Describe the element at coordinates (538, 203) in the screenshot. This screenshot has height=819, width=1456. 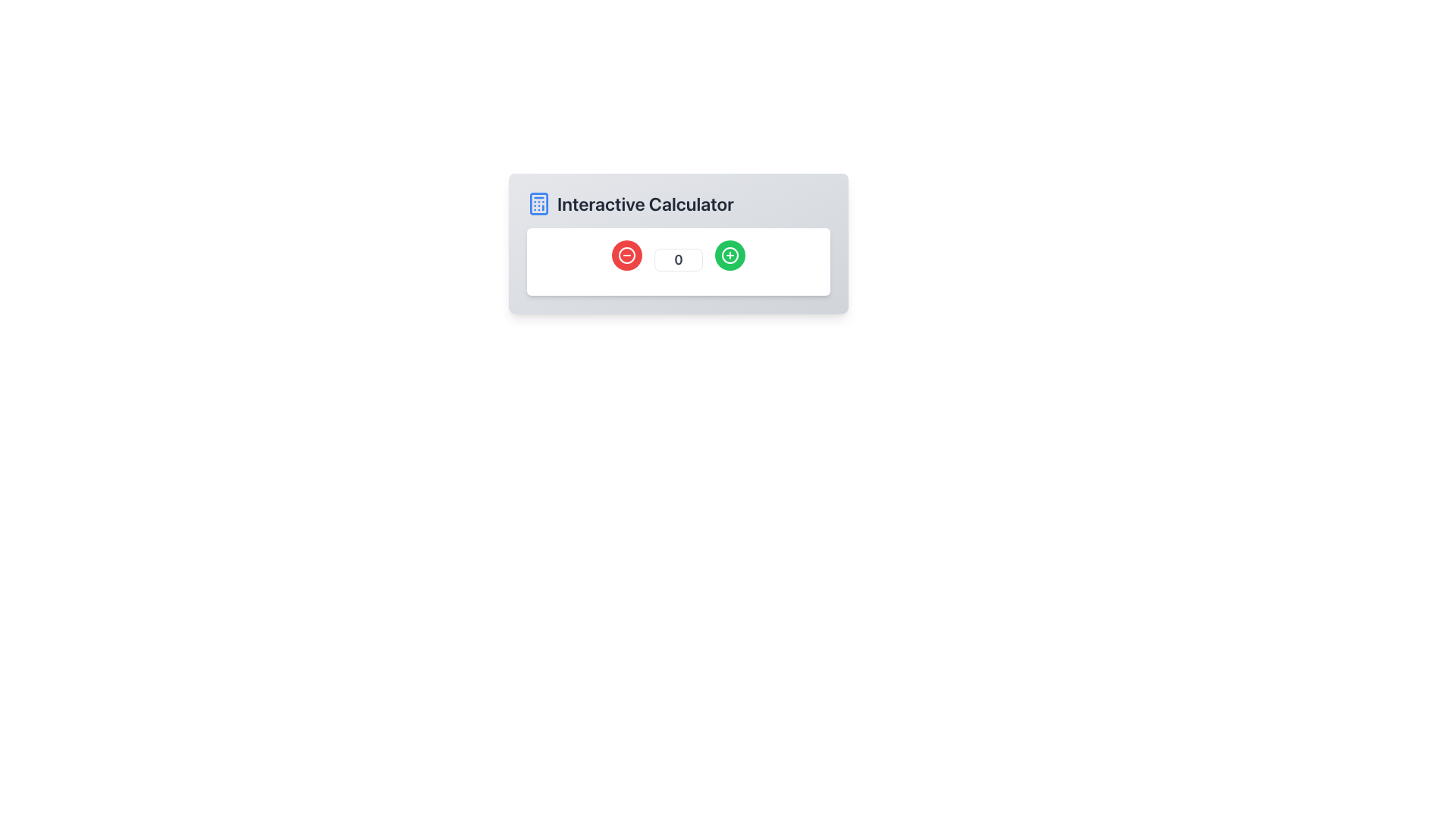
I see `the small, rectangular blue calculator icon located to the left of the 'Interactive Calculator' text` at that location.